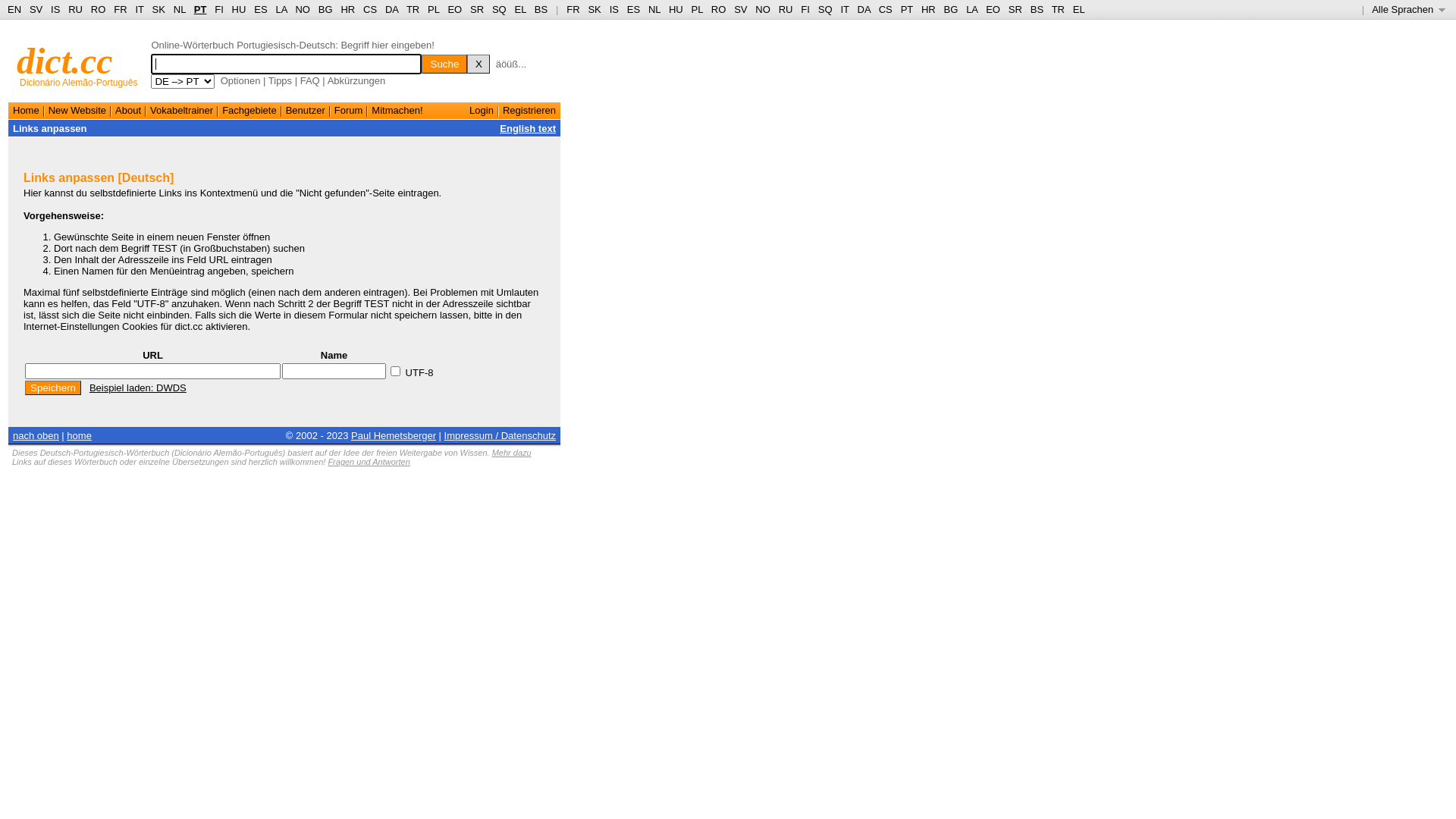 This screenshot has width=1456, height=819. Describe the element at coordinates (480, 109) in the screenshot. I see `'Login'` at that location.